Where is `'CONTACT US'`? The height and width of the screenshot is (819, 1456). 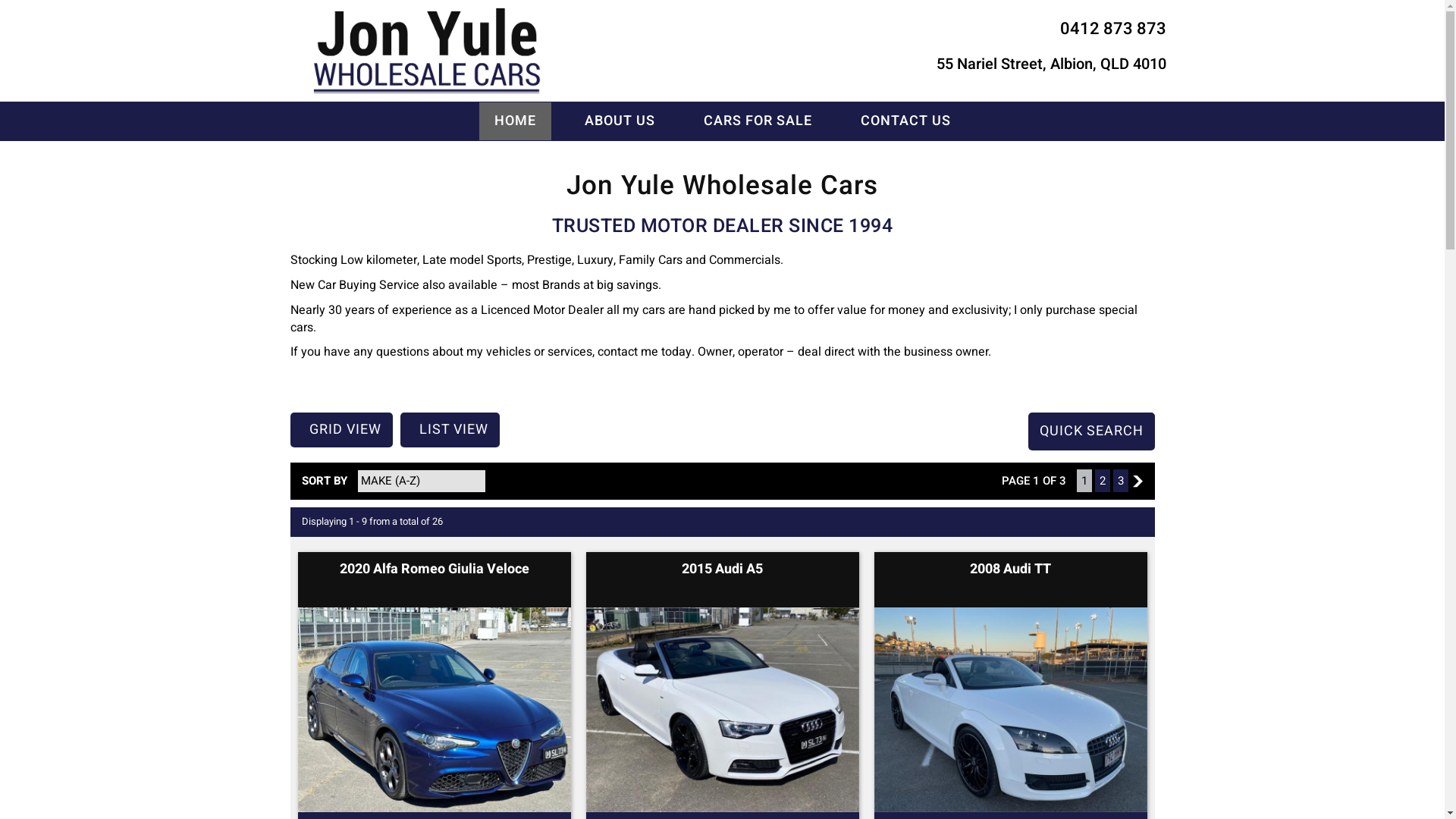 'CONTACT US' is located at coordinates (843, 120).